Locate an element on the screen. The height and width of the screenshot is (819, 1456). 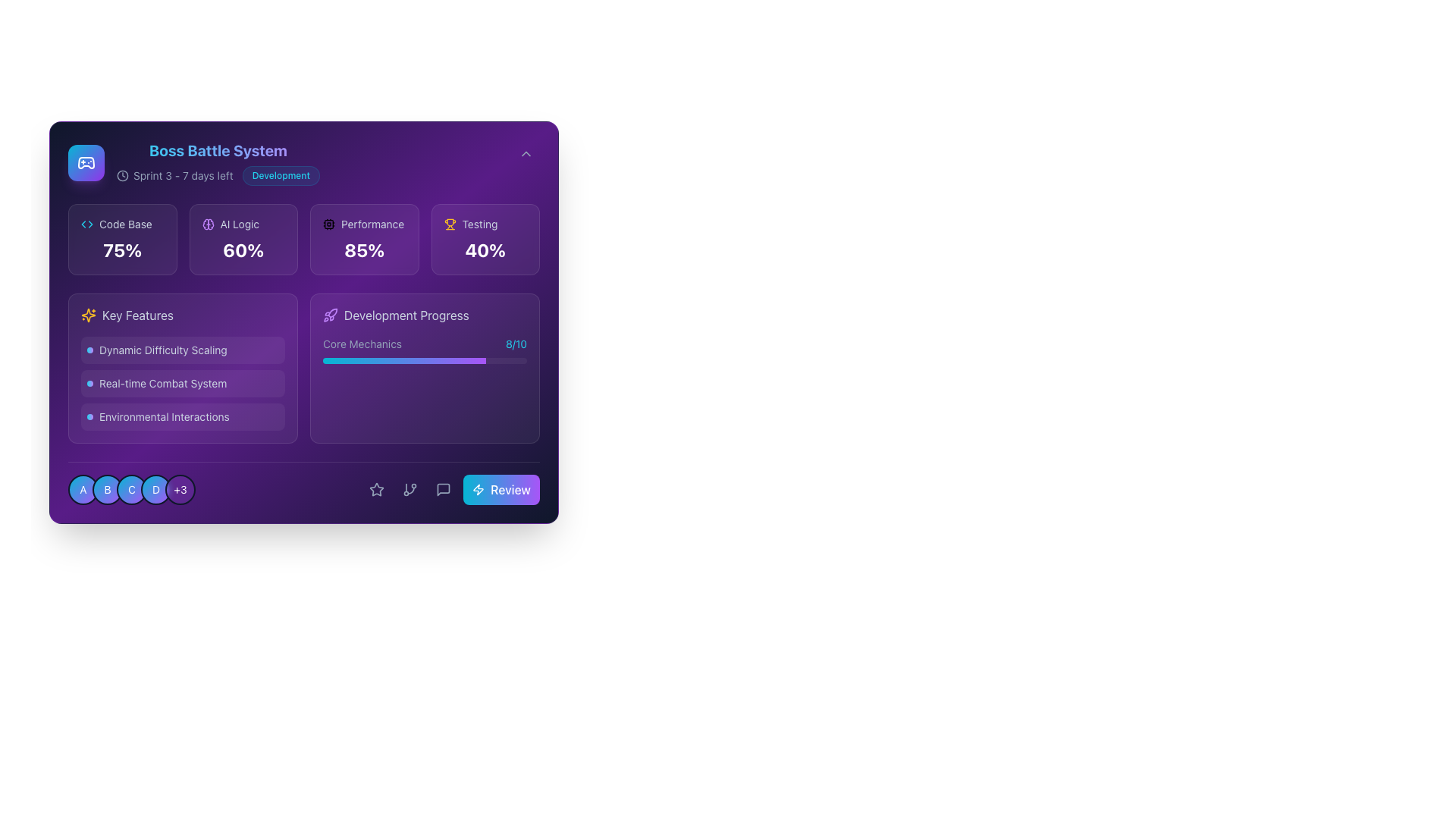
the Rating and description component that provides an assessment for 'Core Mechanics' with a score of 8 out of 10, located in the 'Development Progress' section below the 'Key Features' panel is located at coordinates (425, 344).